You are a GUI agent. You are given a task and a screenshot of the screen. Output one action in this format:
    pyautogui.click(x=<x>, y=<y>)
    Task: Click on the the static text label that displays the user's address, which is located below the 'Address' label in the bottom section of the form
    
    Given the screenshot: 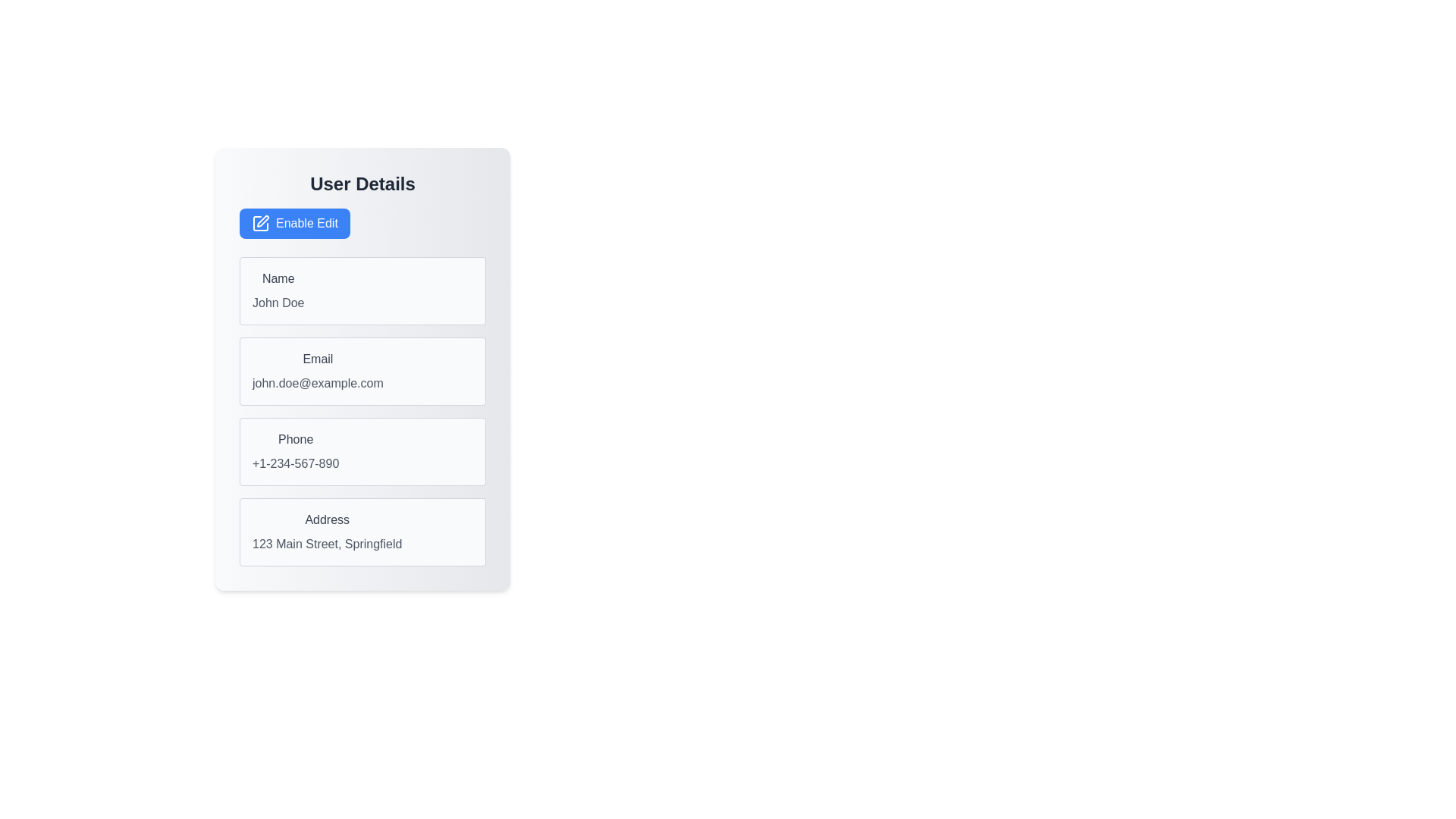 What is the action you would take?
    pyautogui.click(x=326, y=543)
    